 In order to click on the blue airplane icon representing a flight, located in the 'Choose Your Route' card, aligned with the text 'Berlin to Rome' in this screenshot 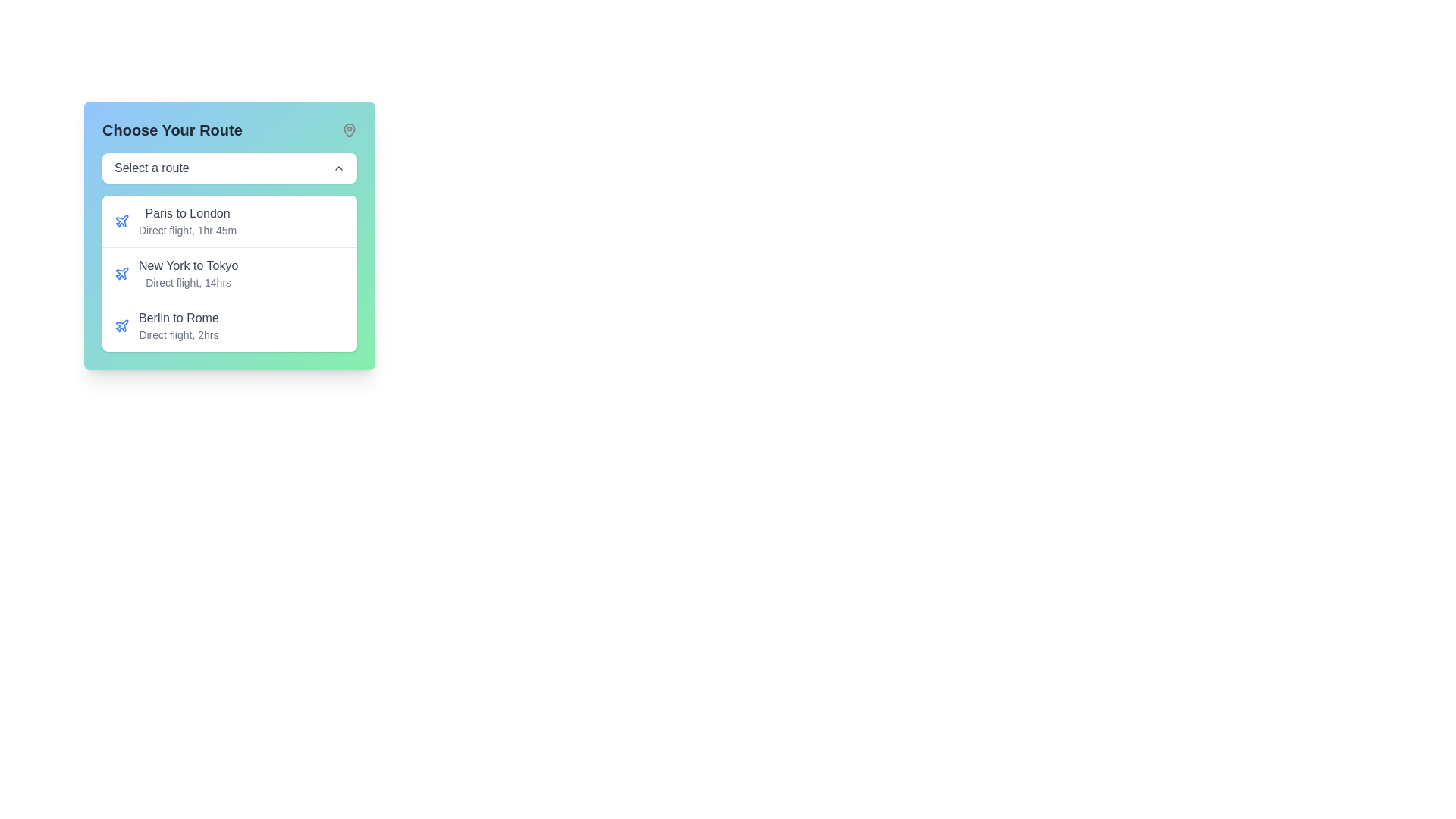, I will do `click(122, 325)`.